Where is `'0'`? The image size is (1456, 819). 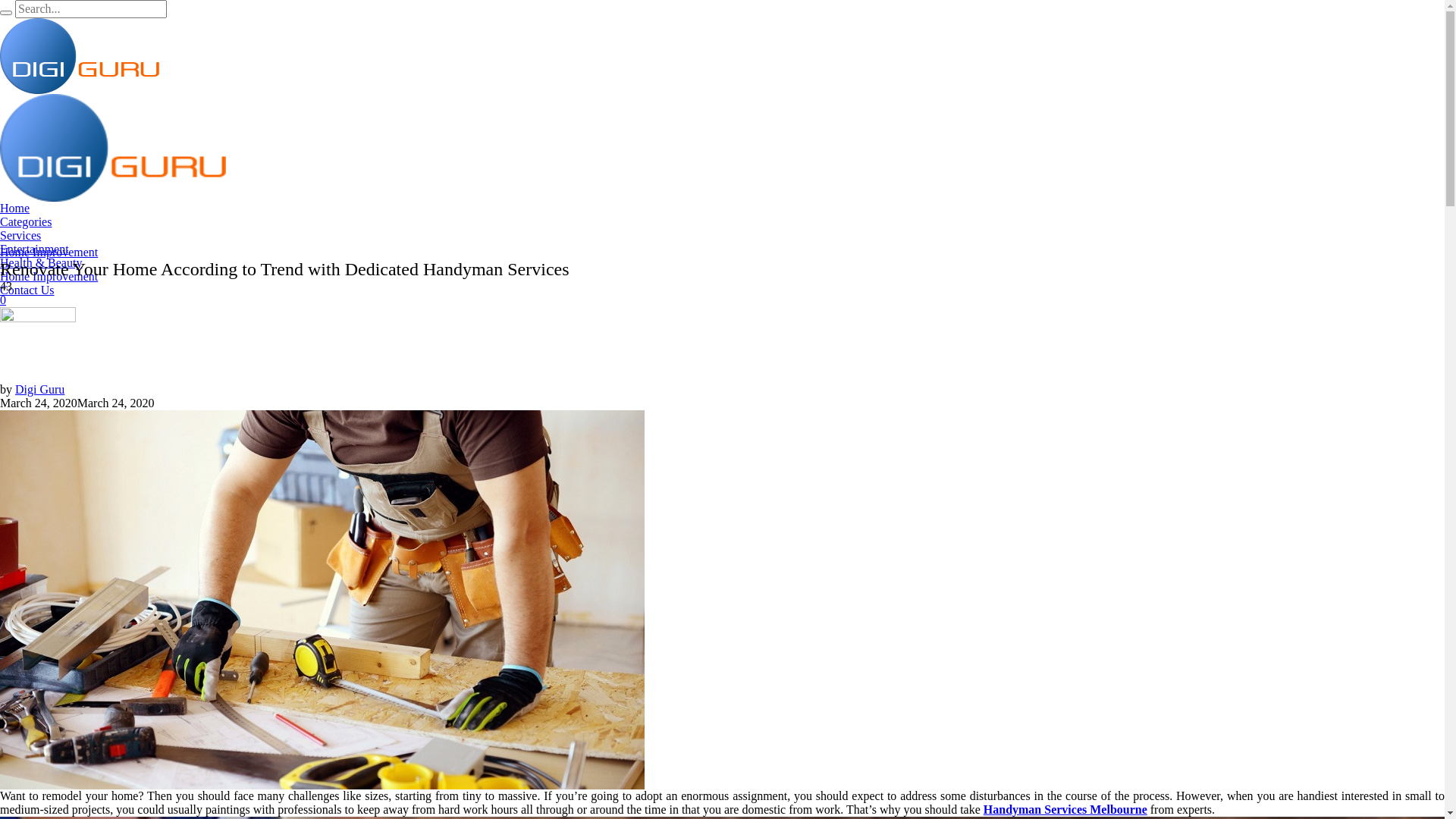 '0' is located at coordinates (3, 300).